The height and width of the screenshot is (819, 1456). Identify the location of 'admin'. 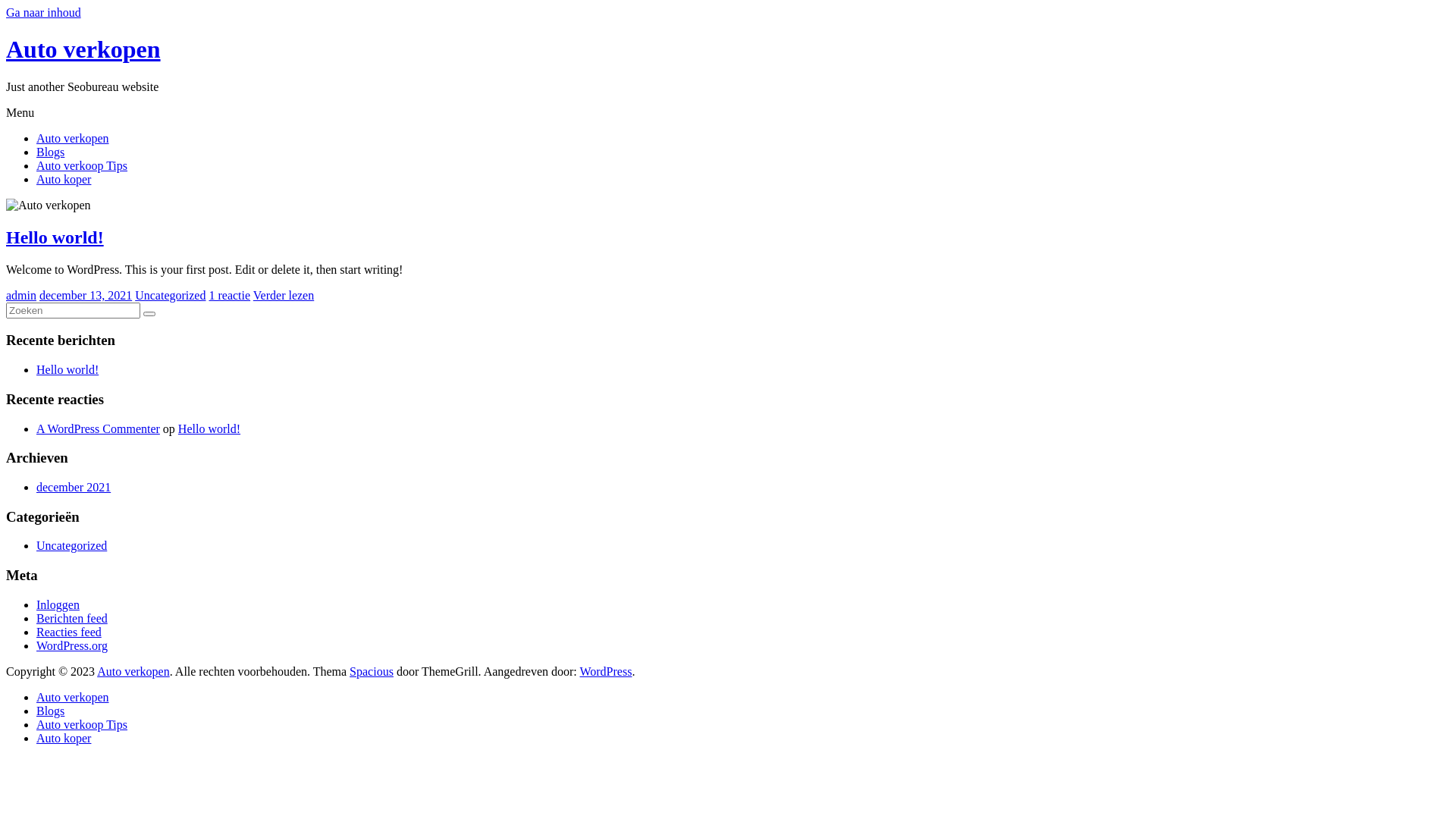
(21, 295).